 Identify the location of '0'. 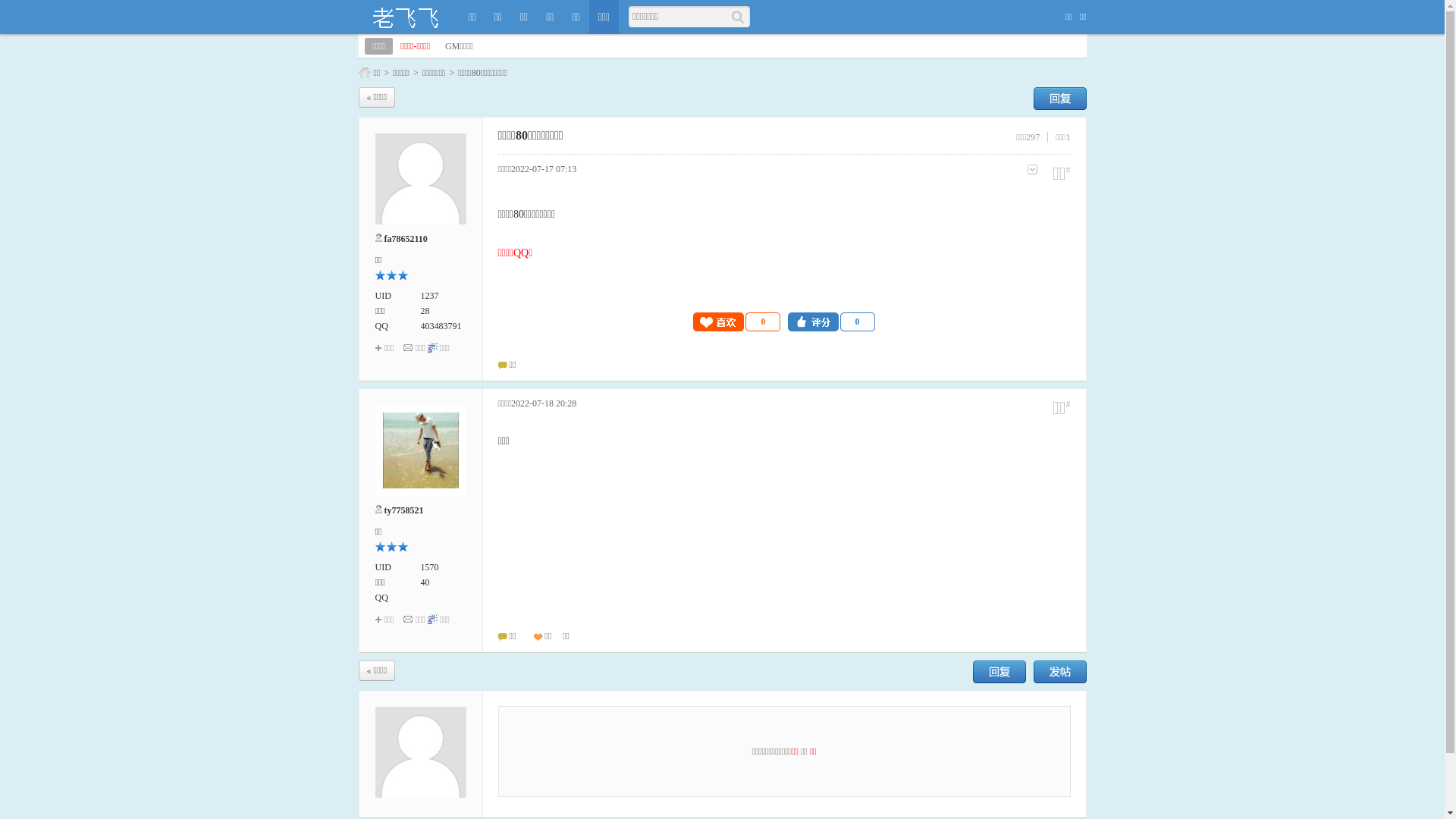
(736, 321).